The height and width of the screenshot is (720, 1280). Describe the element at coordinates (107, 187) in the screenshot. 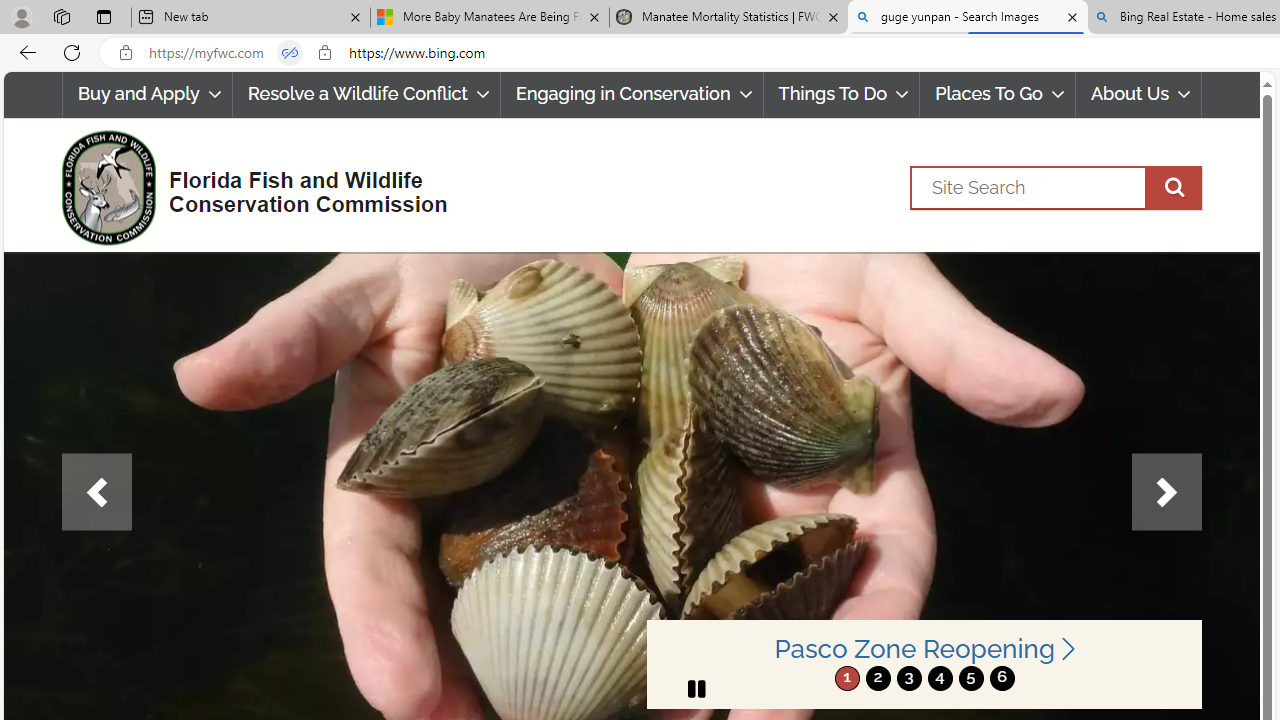

I see `'FWC Logo'` at that location.